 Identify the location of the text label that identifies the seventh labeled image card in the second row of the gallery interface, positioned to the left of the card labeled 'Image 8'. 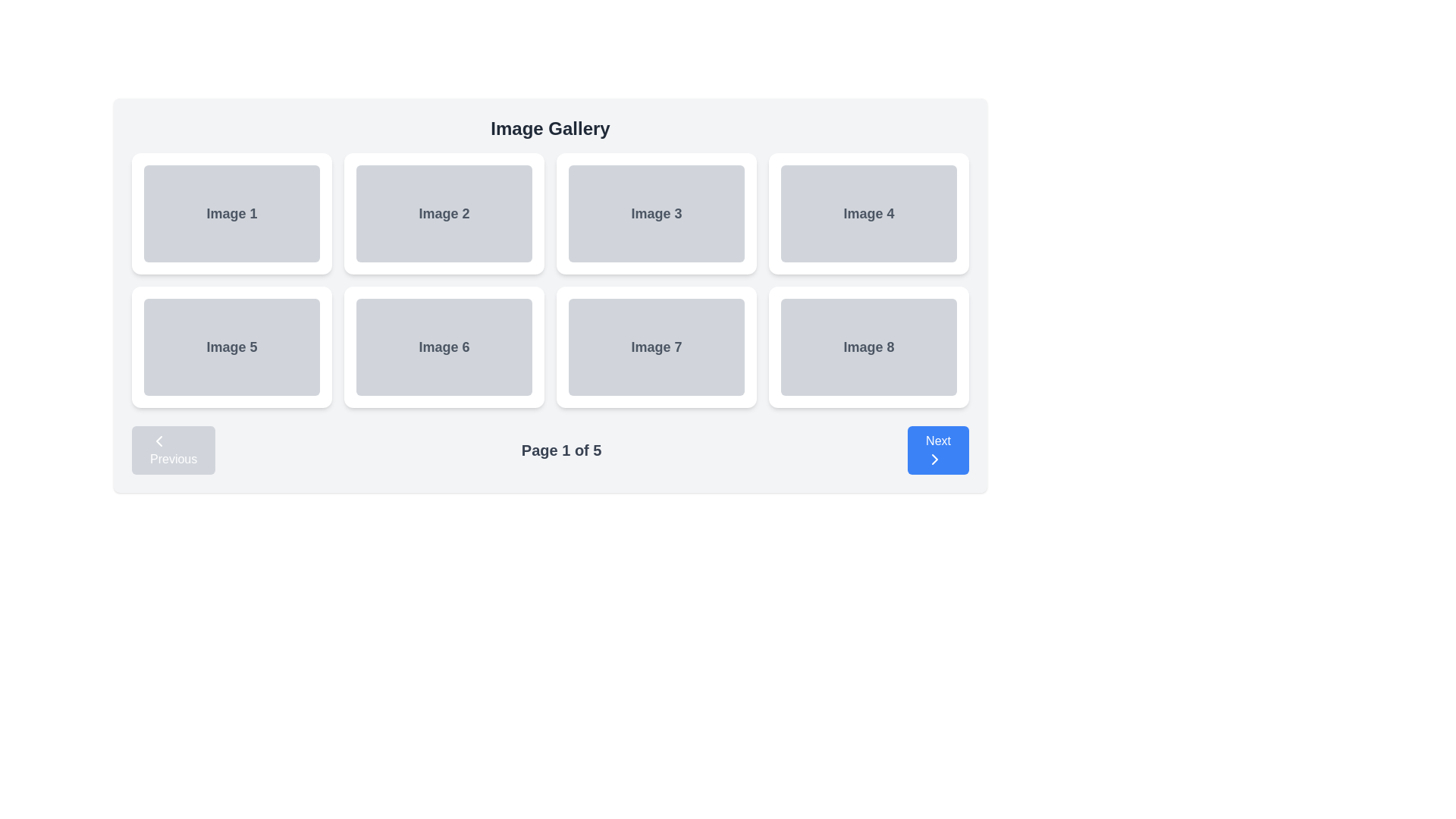
(656, 347).